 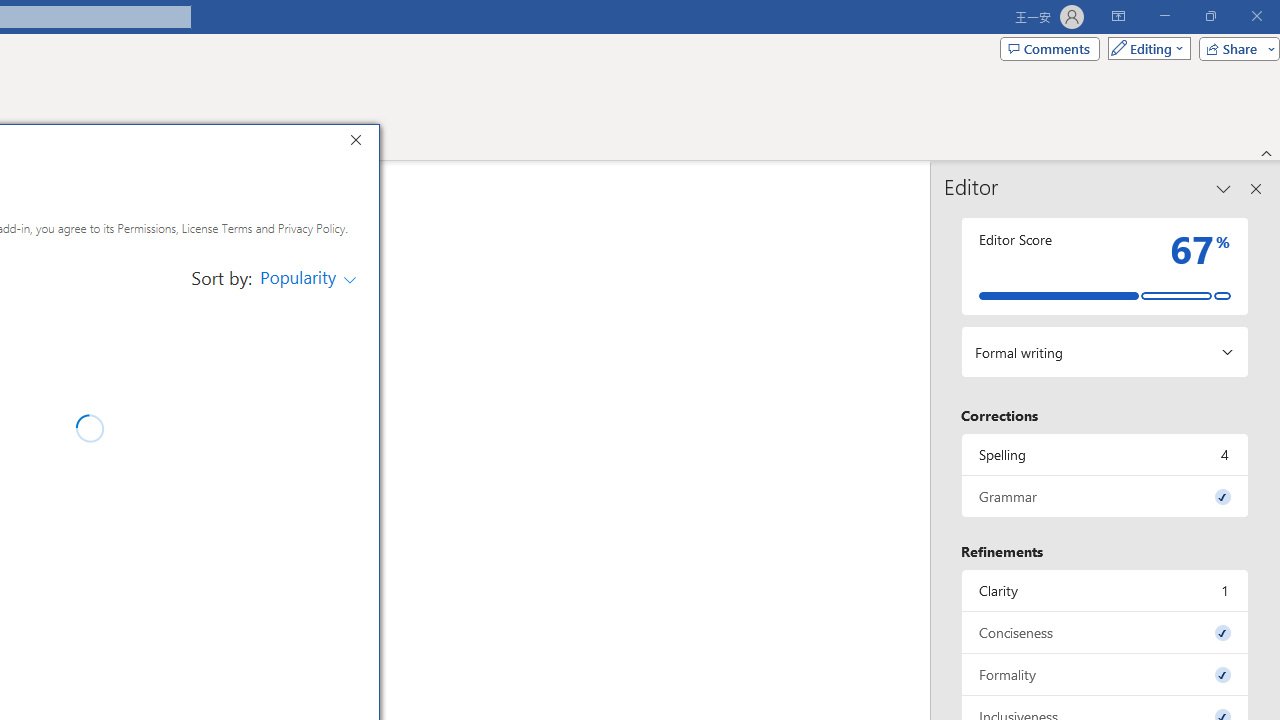 I want to click on 'Spelling, 4 issues. Press space or enter to review items.', so click(x=1104, y=454).